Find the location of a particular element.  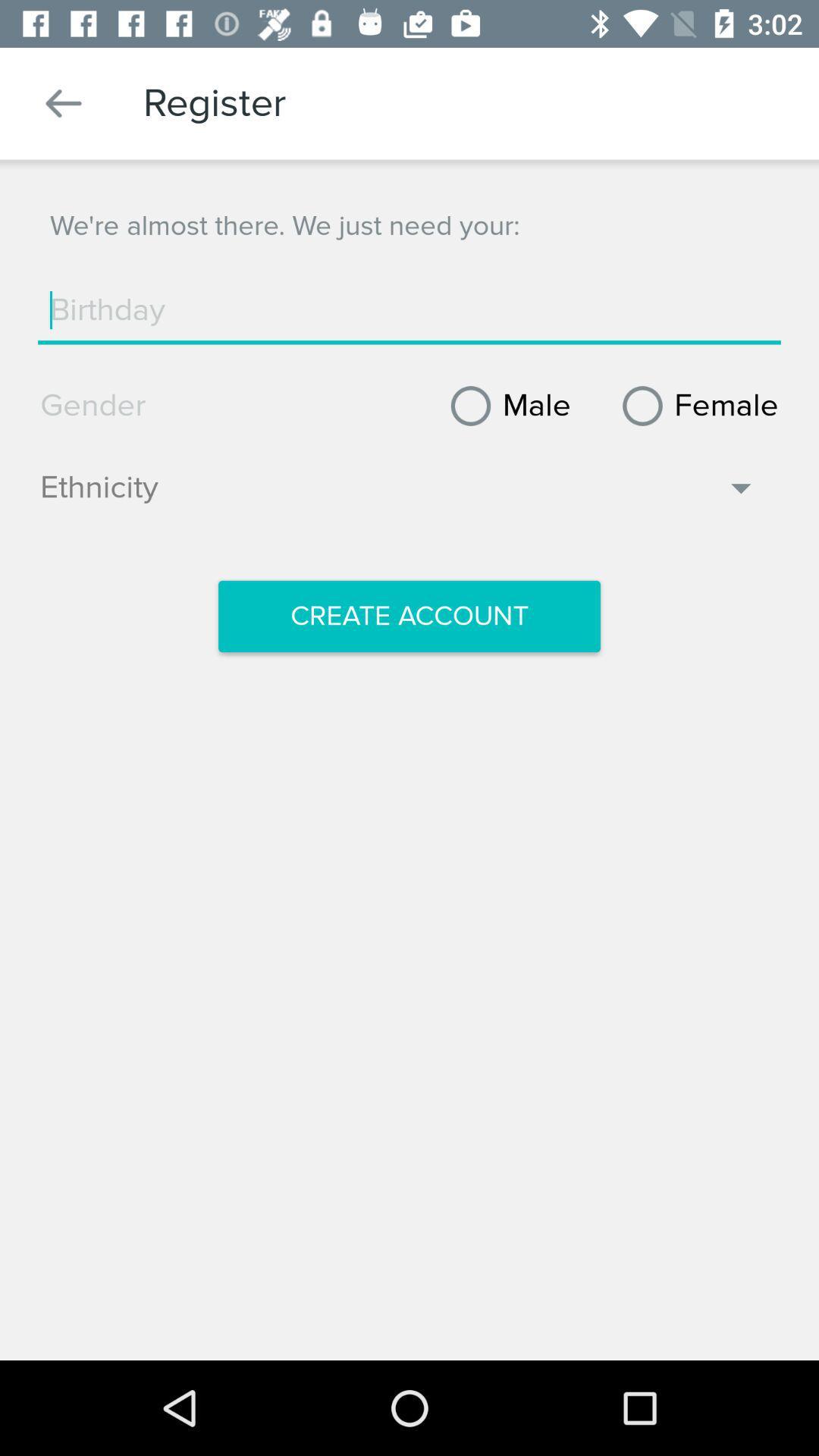

app to the left of the register is located at coordinates (63, 102).